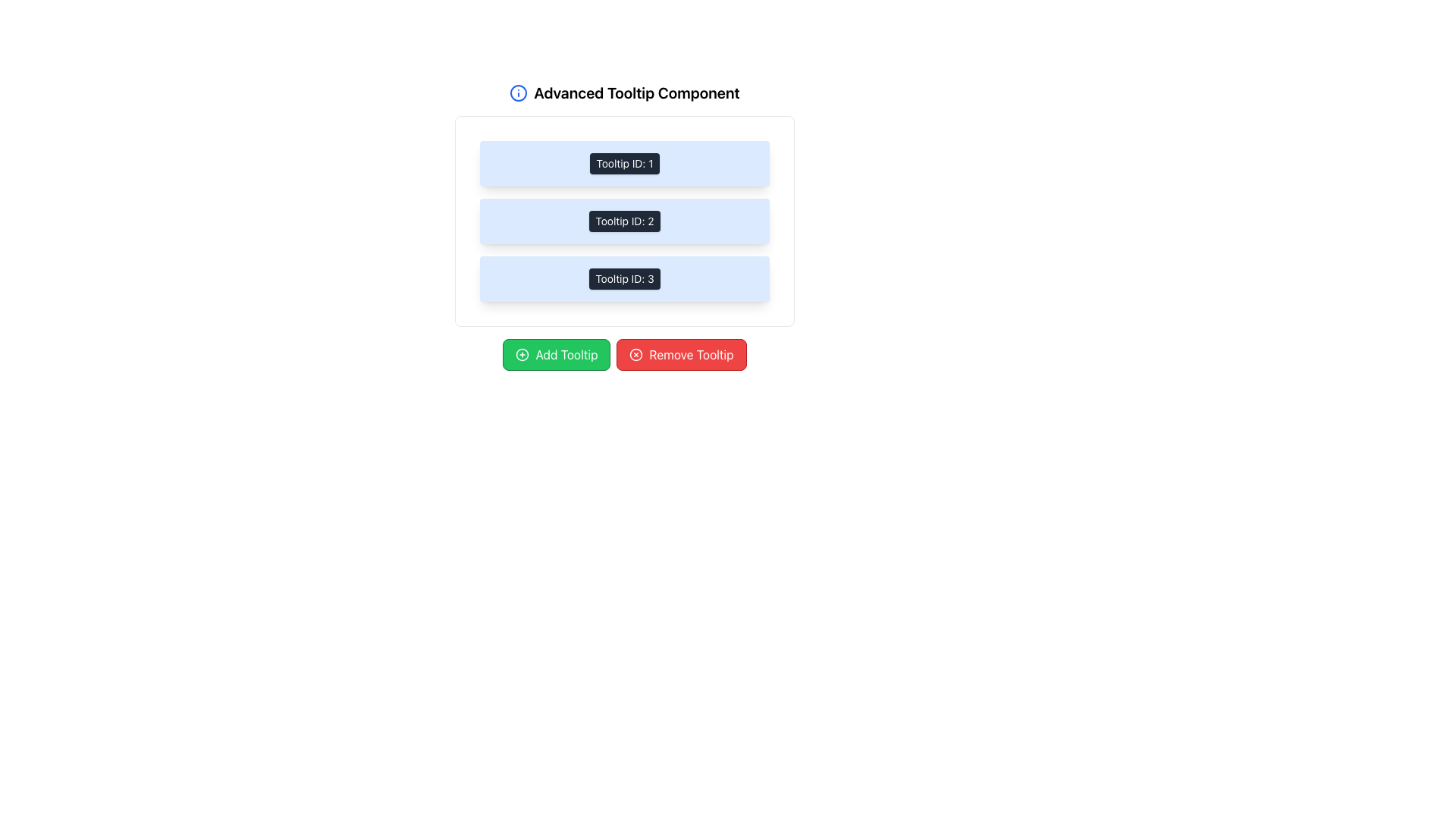 Image resolution: width=1456 pixels, height=819 pixels. I want to click on the informative icon located to the left of the title 'Advanced Tooltip Component', so click(519, 93).